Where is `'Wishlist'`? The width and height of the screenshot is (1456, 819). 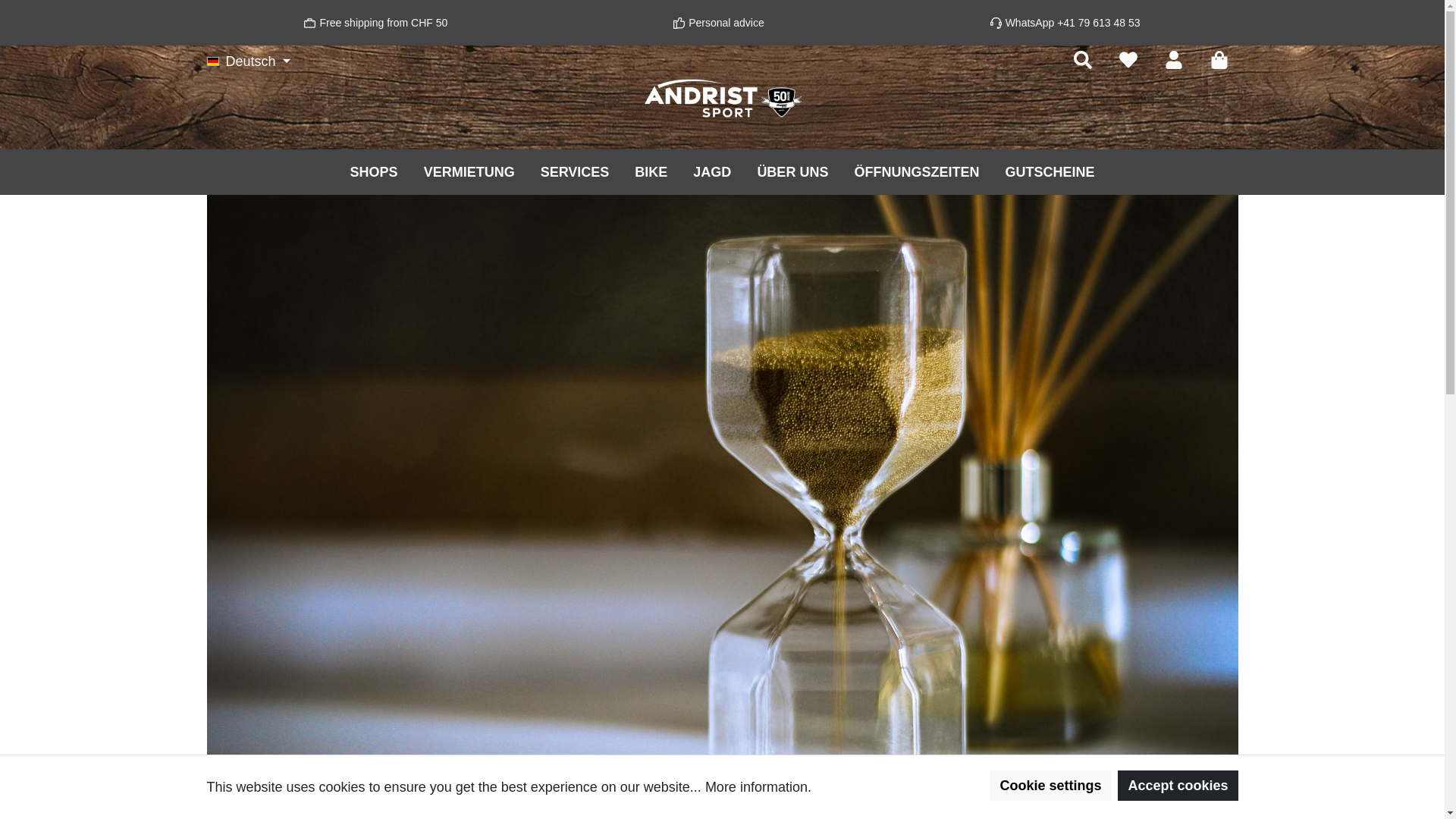 'Wishlist' is located at coordinates (1128, 58).